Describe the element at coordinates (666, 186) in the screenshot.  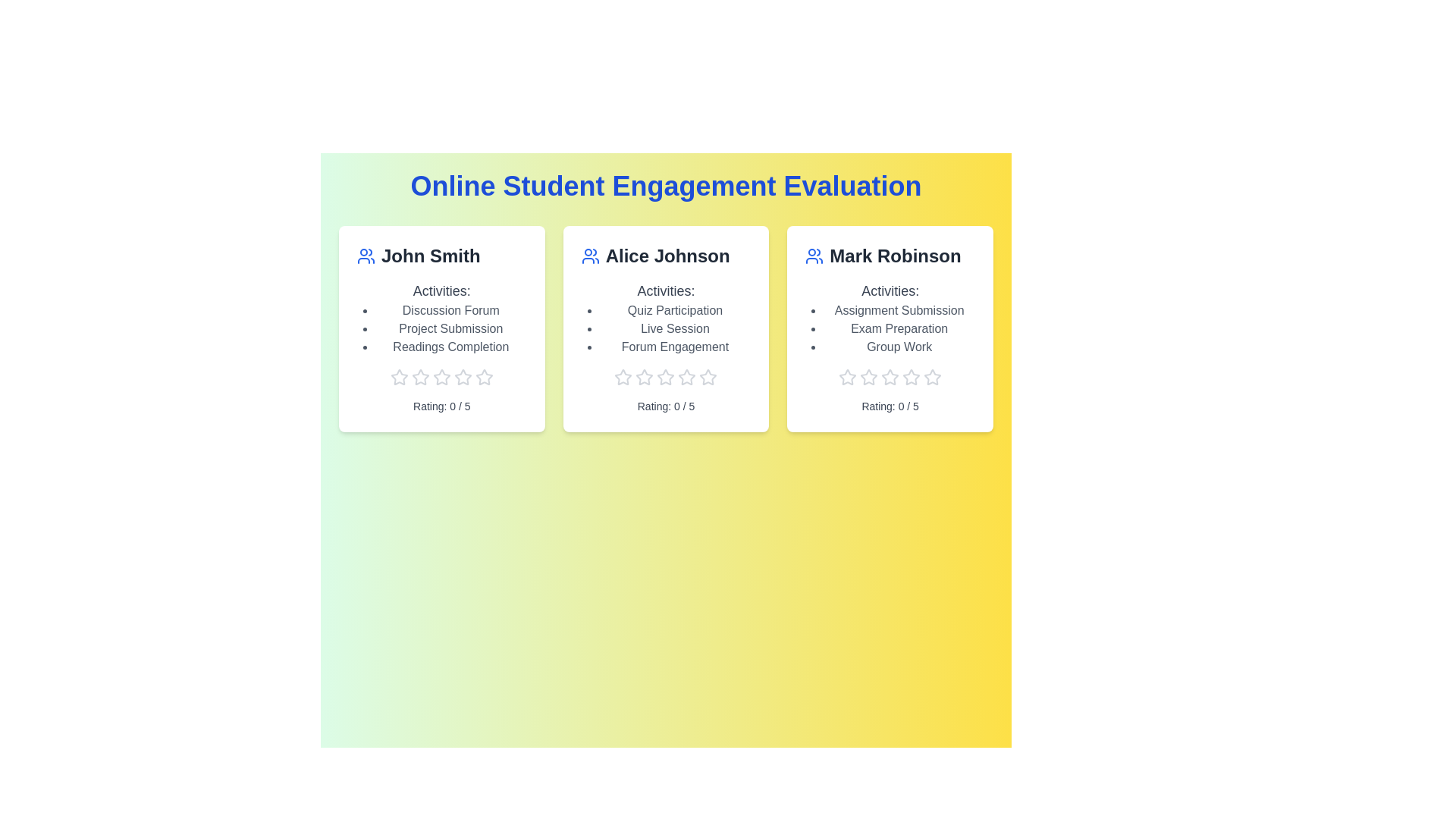
I see `the header text of the component` at that location.